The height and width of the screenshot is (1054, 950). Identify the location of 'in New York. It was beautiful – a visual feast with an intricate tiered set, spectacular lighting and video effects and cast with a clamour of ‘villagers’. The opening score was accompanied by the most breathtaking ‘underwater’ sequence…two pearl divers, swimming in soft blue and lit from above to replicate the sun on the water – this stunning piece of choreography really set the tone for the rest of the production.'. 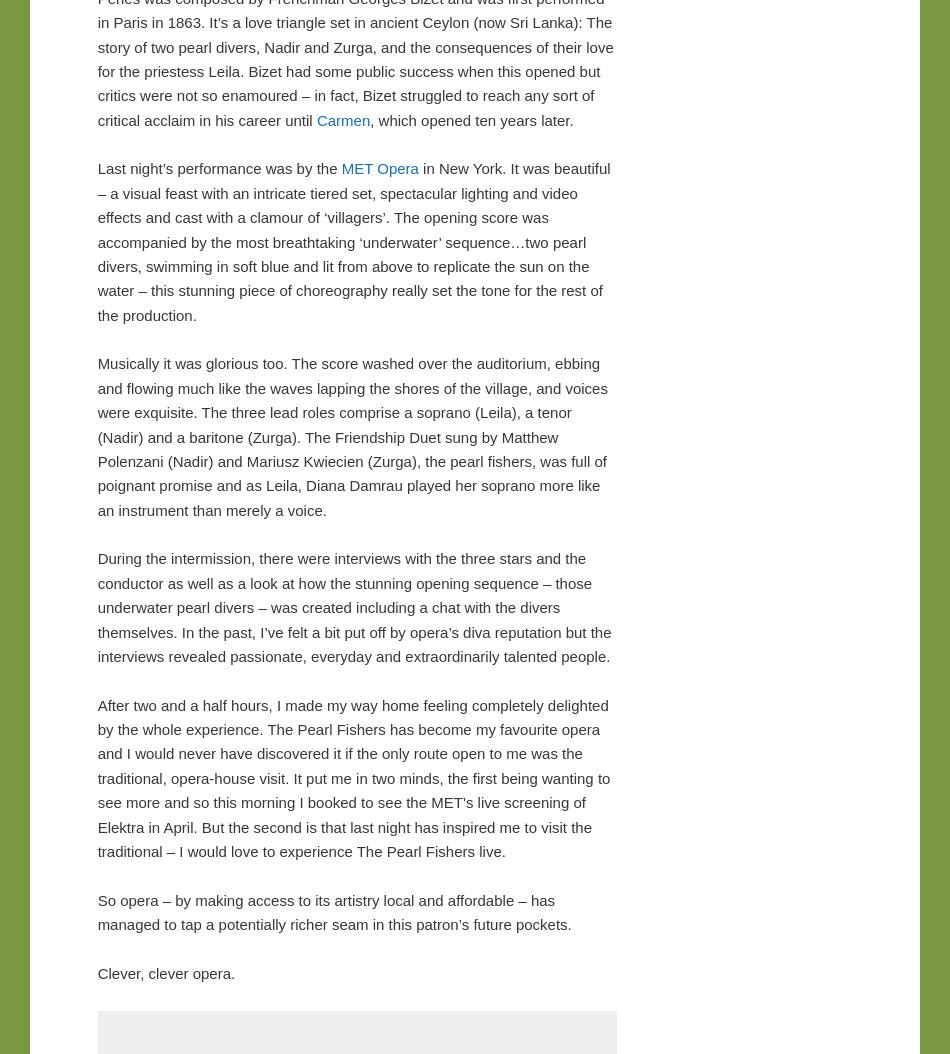
(96, 241).